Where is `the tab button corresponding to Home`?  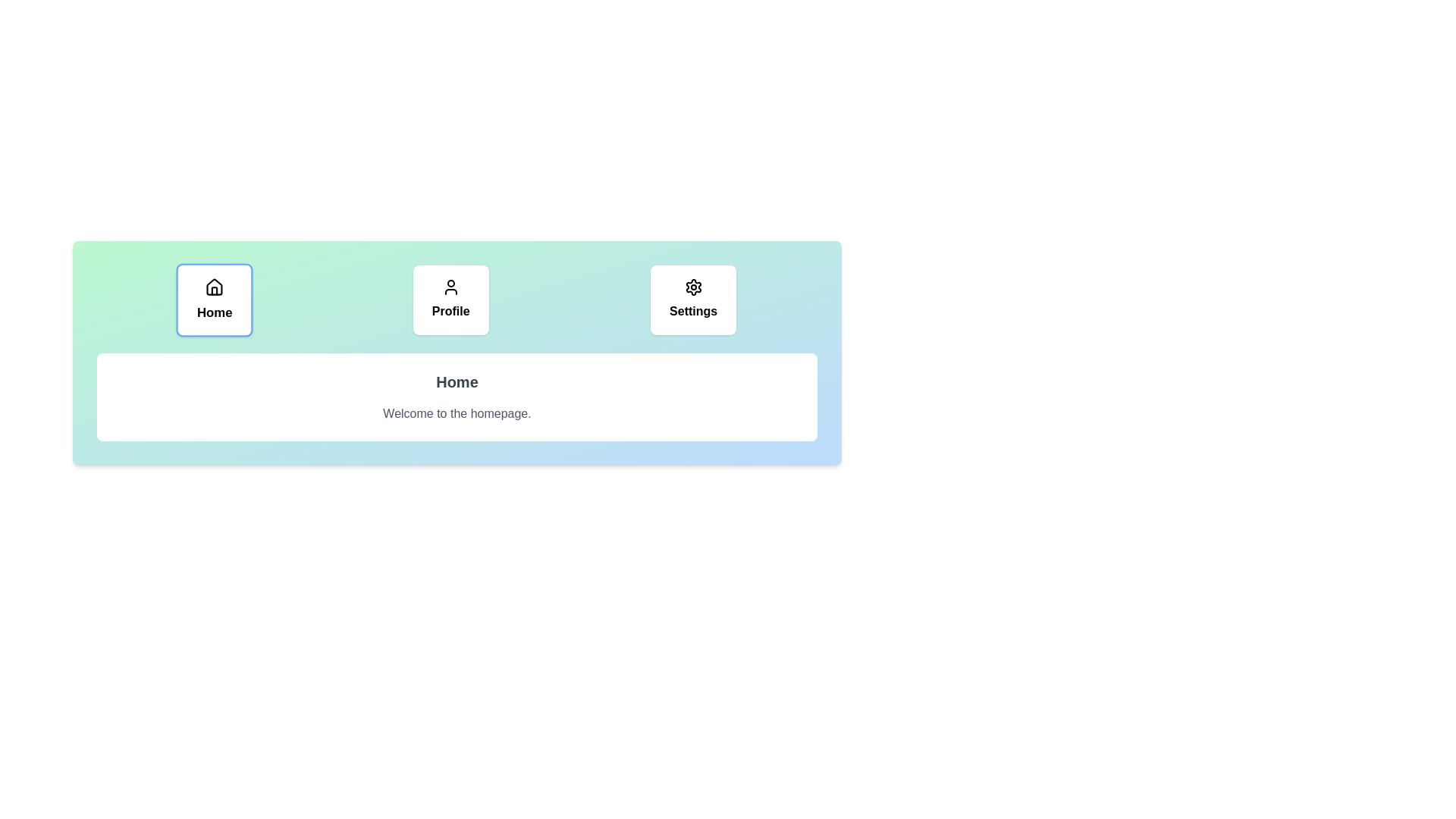
the tab button corresponding to Home is located at coordinates (214, 300).